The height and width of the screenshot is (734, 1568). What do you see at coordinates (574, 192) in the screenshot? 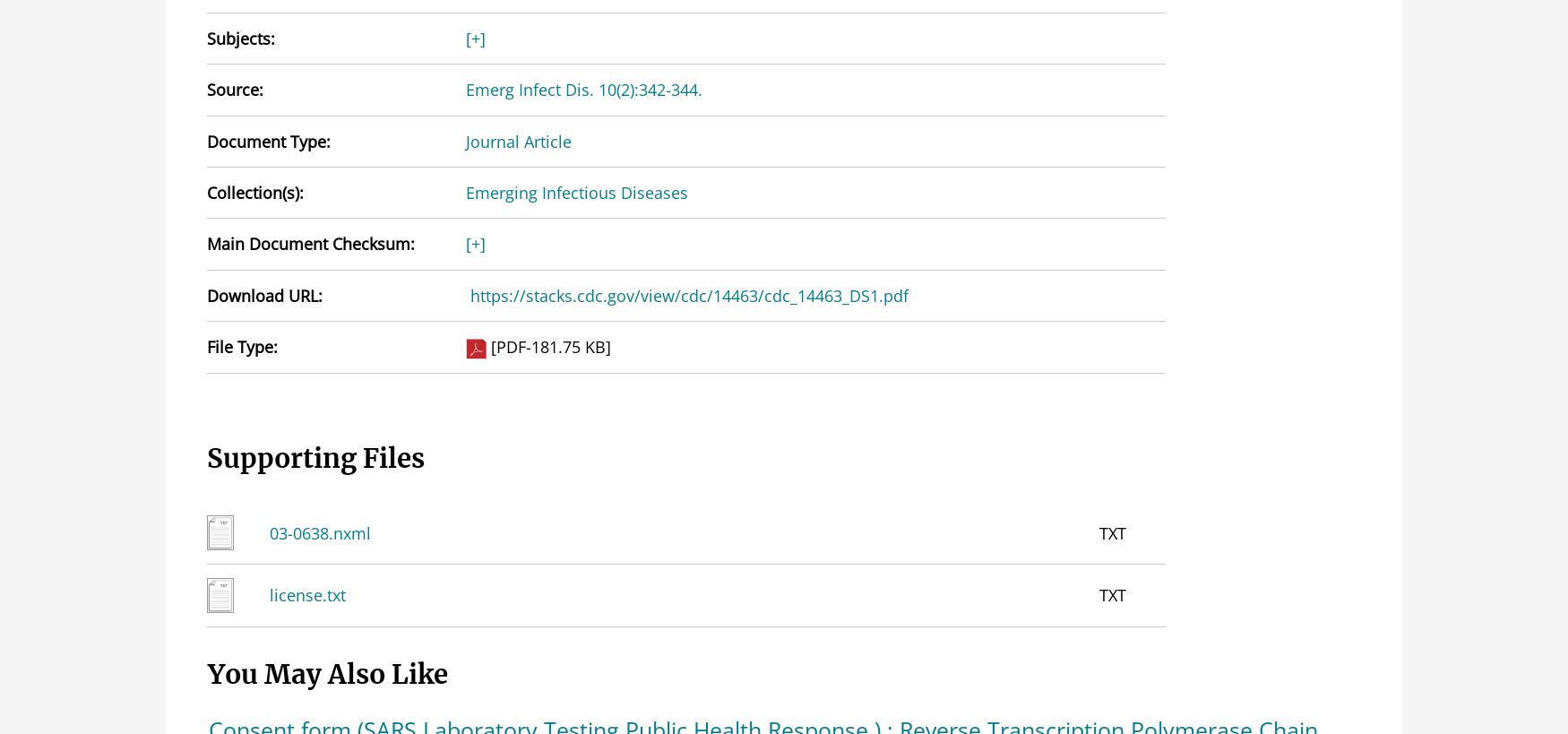
I see `'Emerging Infectious Diseases'` at bounding box center [574, 192].